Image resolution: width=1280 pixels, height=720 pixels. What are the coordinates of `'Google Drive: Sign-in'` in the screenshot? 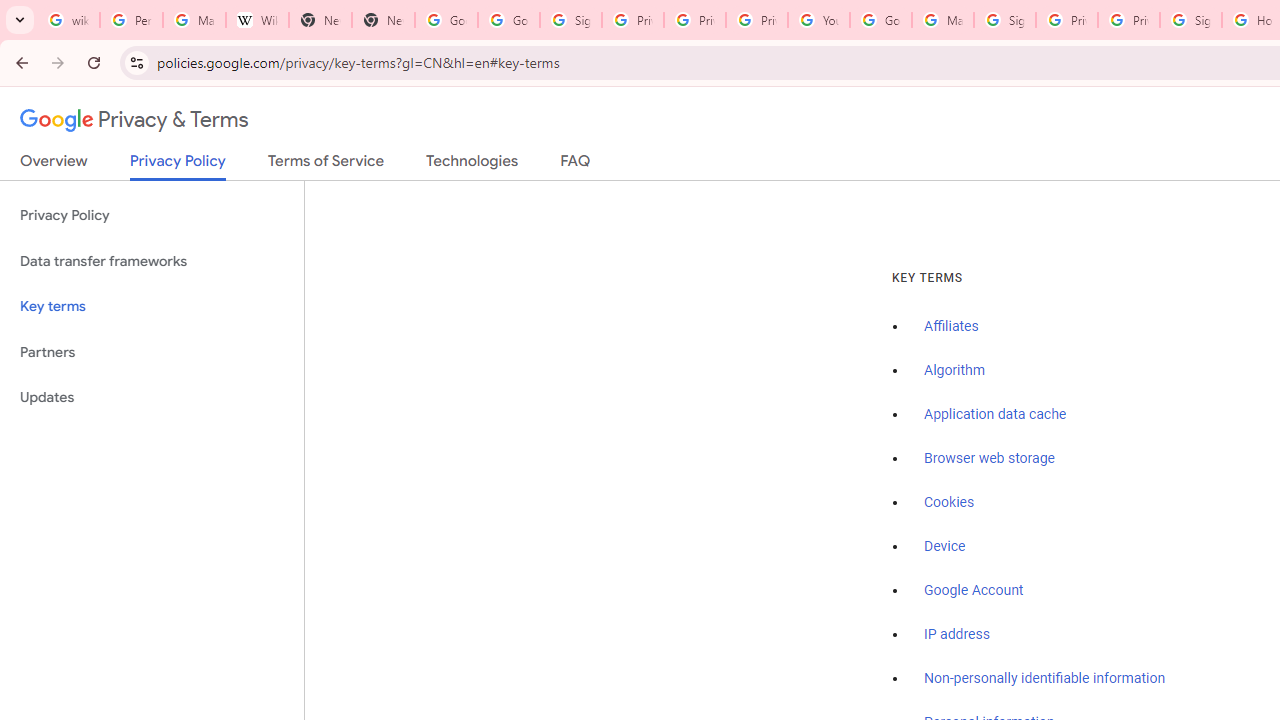 It's located at (508, 20).